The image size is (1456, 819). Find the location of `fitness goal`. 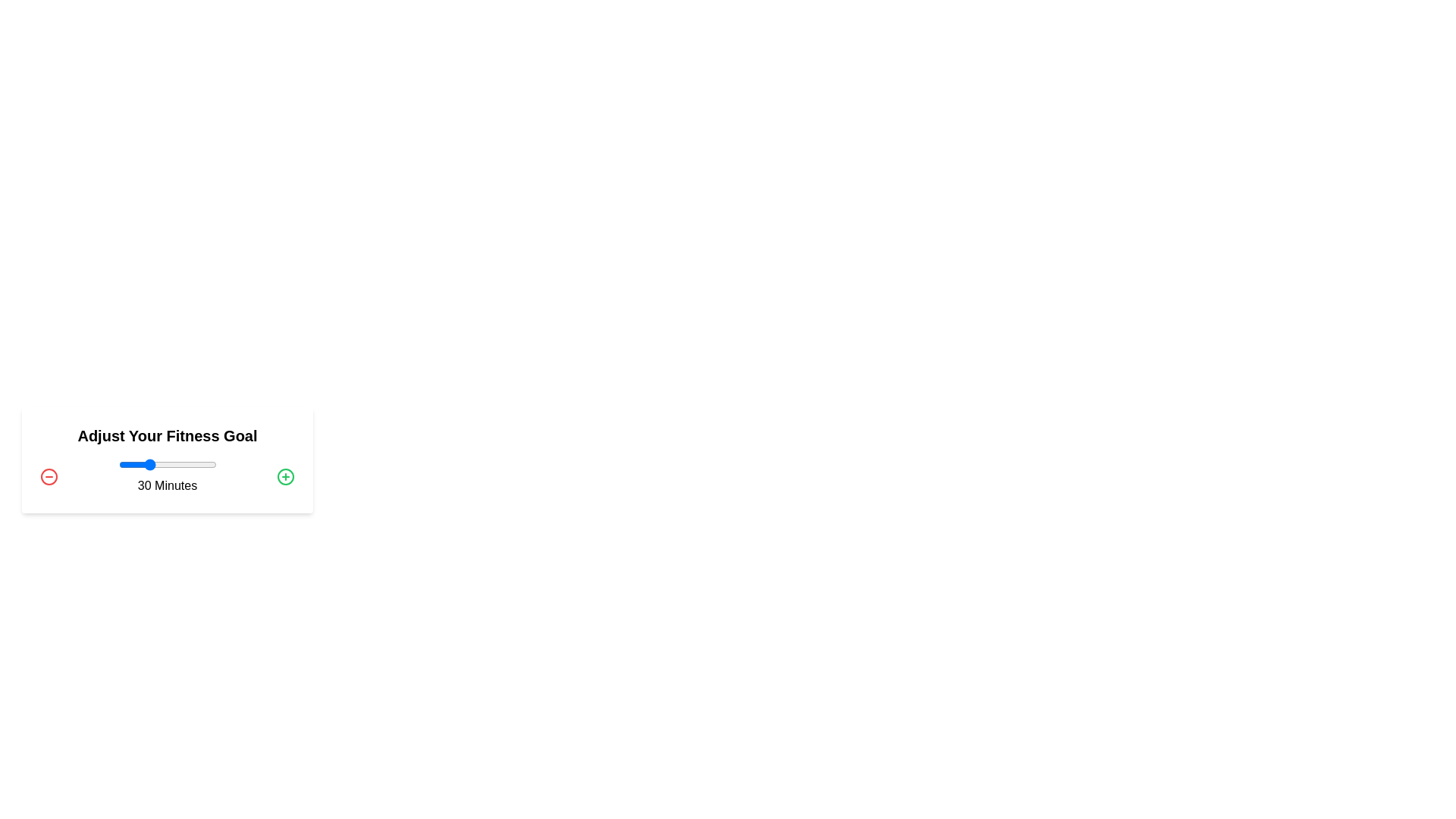

fitness goal is located at coordinates (168, 464).